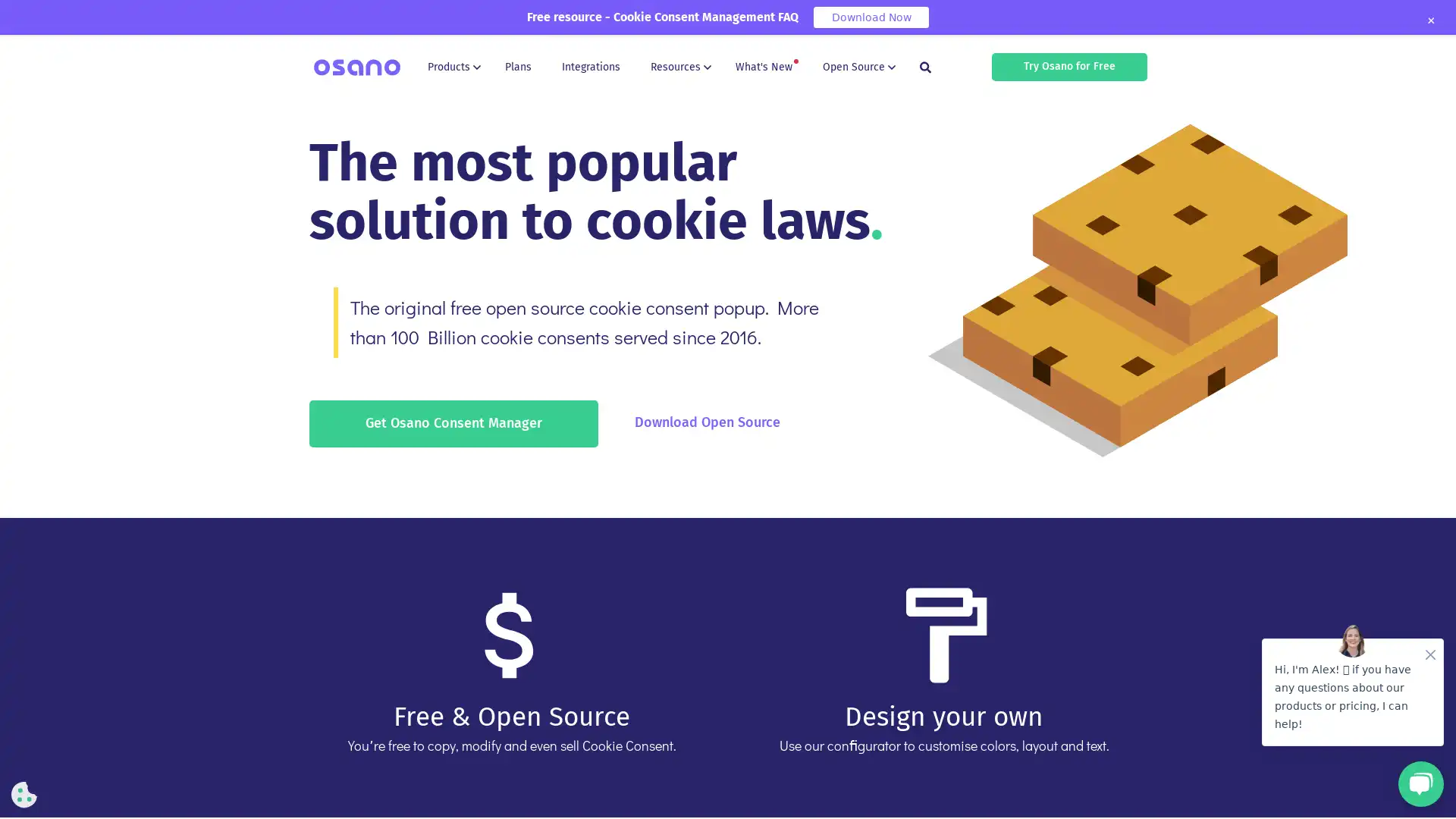 This screenshot has height=819, width=1456. What do you see at coordinates (24, 794) in the screenshot?
I see `Cookie Preferences` at bounding box center [24, 794].